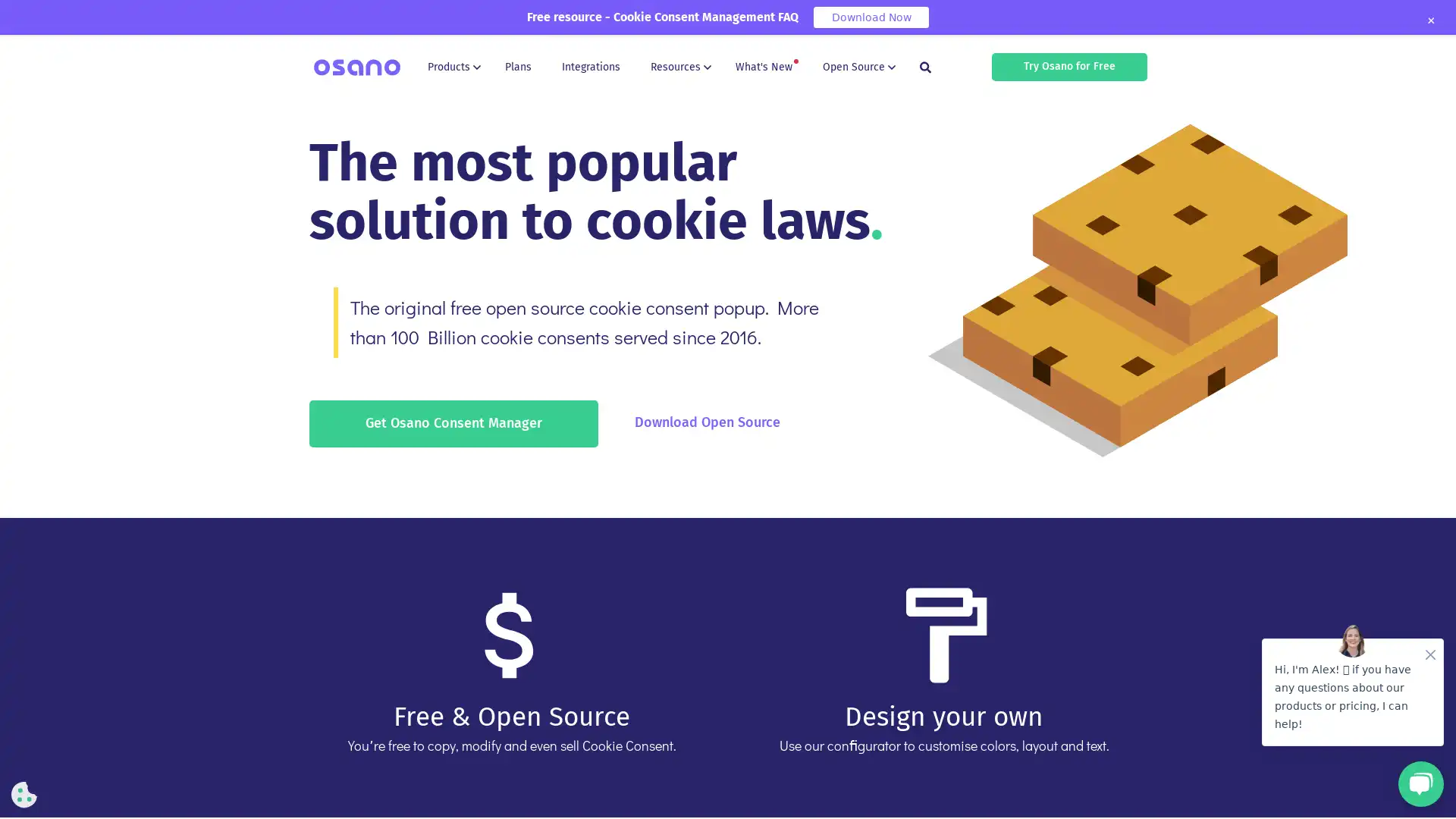 This screenshot has height=819, width=1456. What do you see at coordinates (24, 794) in the screenshot?
I see `Cookie Preferences` at bounding box center [24, 794].